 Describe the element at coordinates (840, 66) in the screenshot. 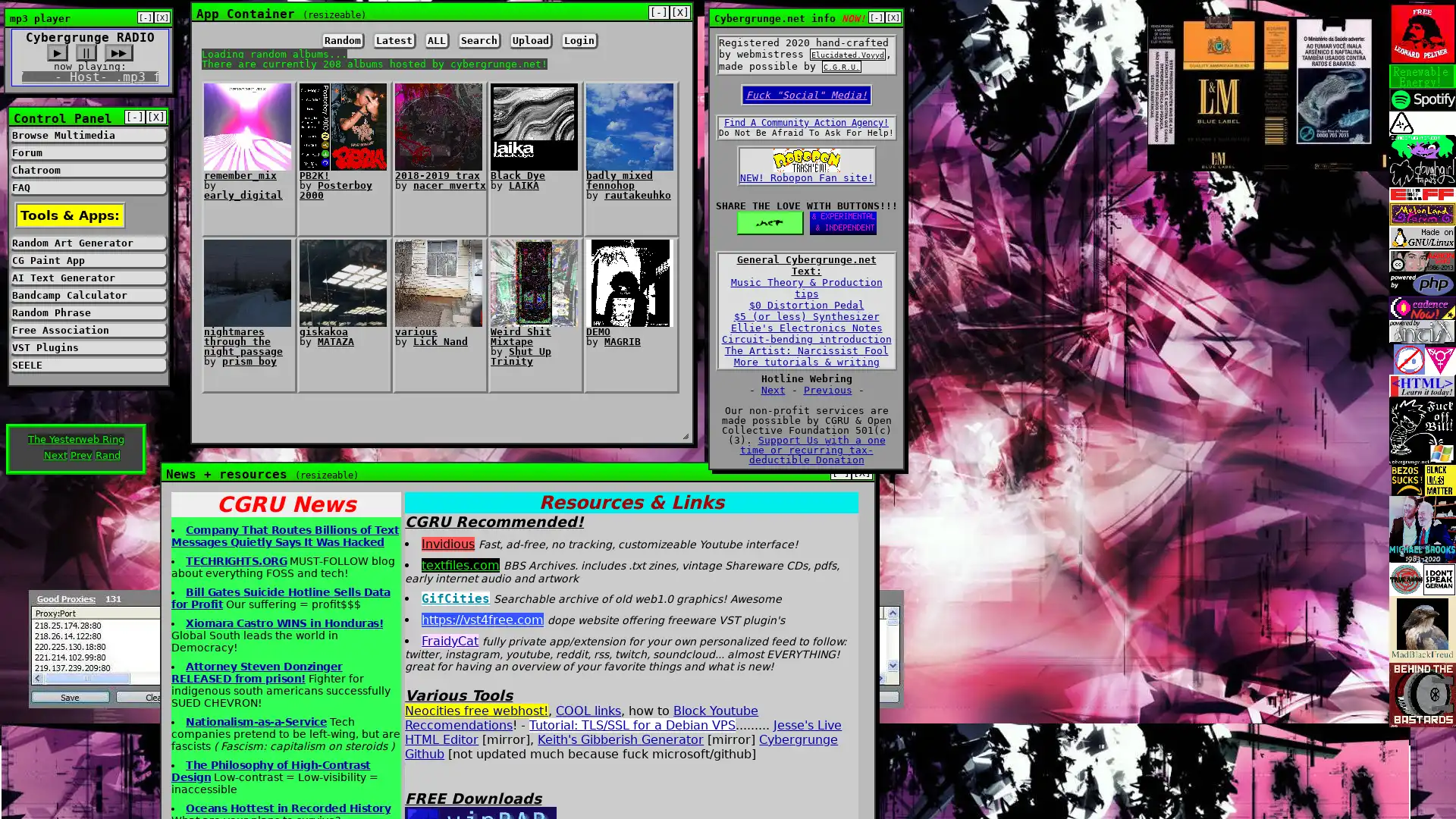

I see `C.G.R.U.` at that location.